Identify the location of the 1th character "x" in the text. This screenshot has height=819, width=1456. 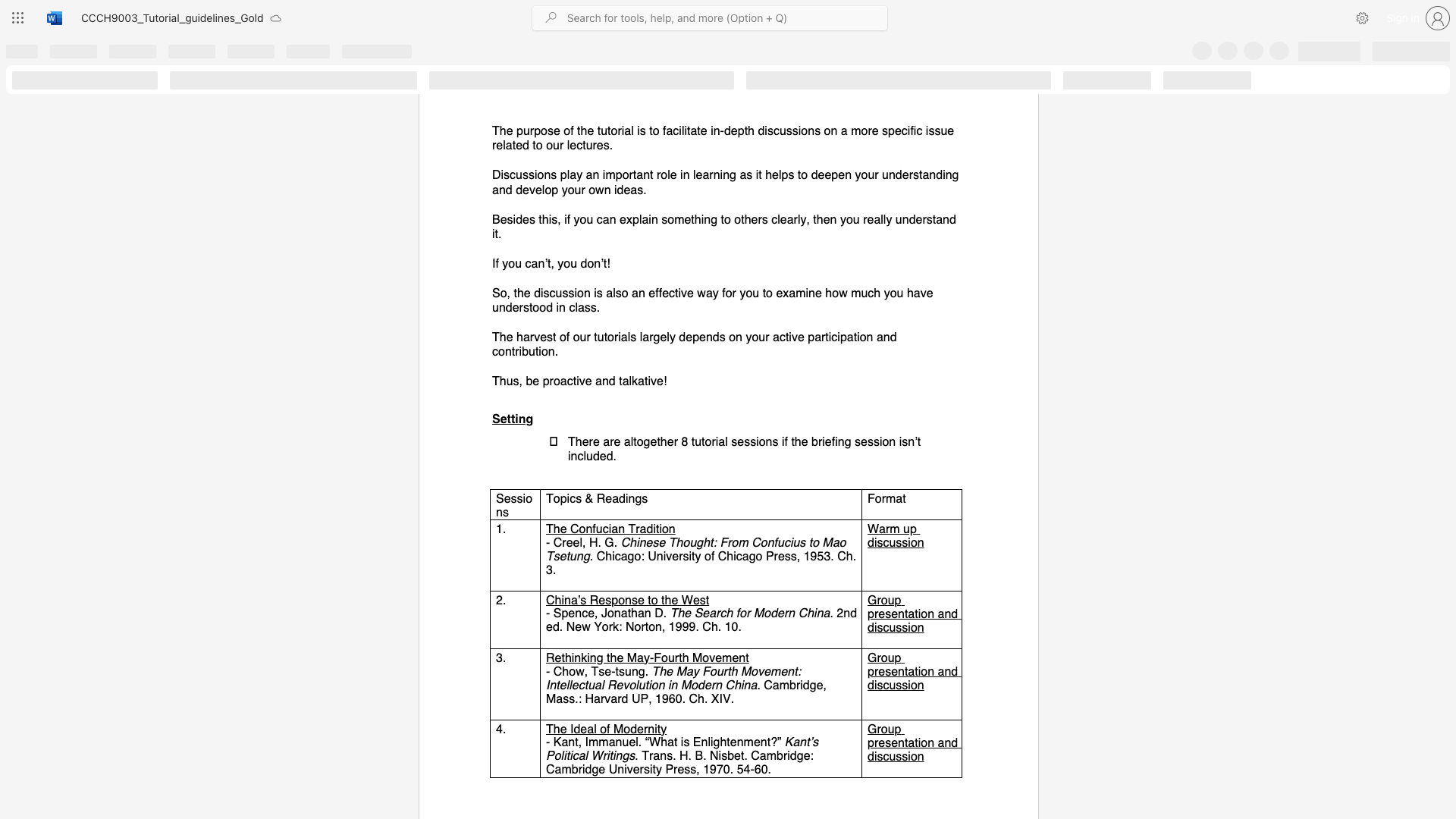
(786, 293).